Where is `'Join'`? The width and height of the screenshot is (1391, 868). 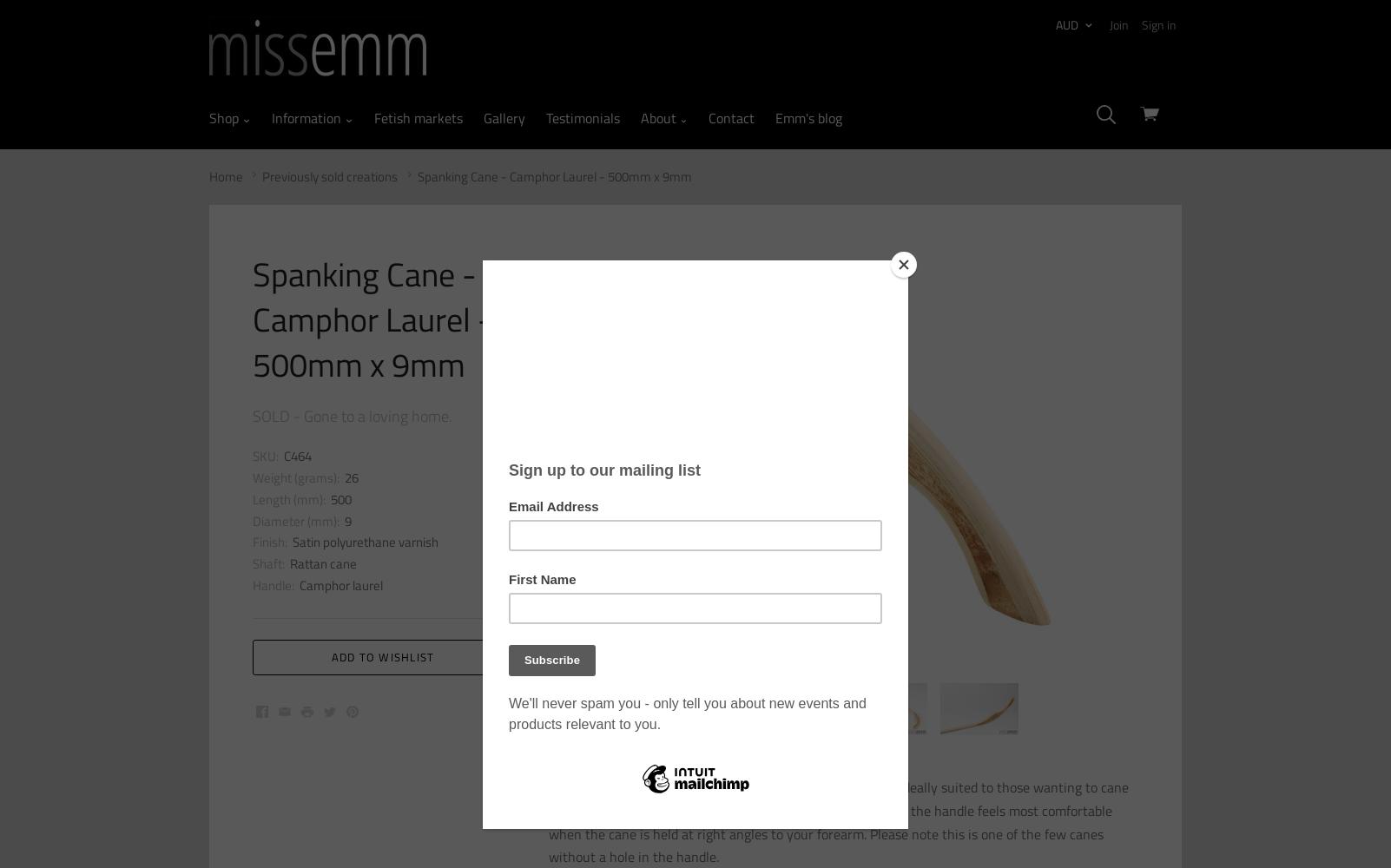 'Join' is located at coordinates (1110, 24).